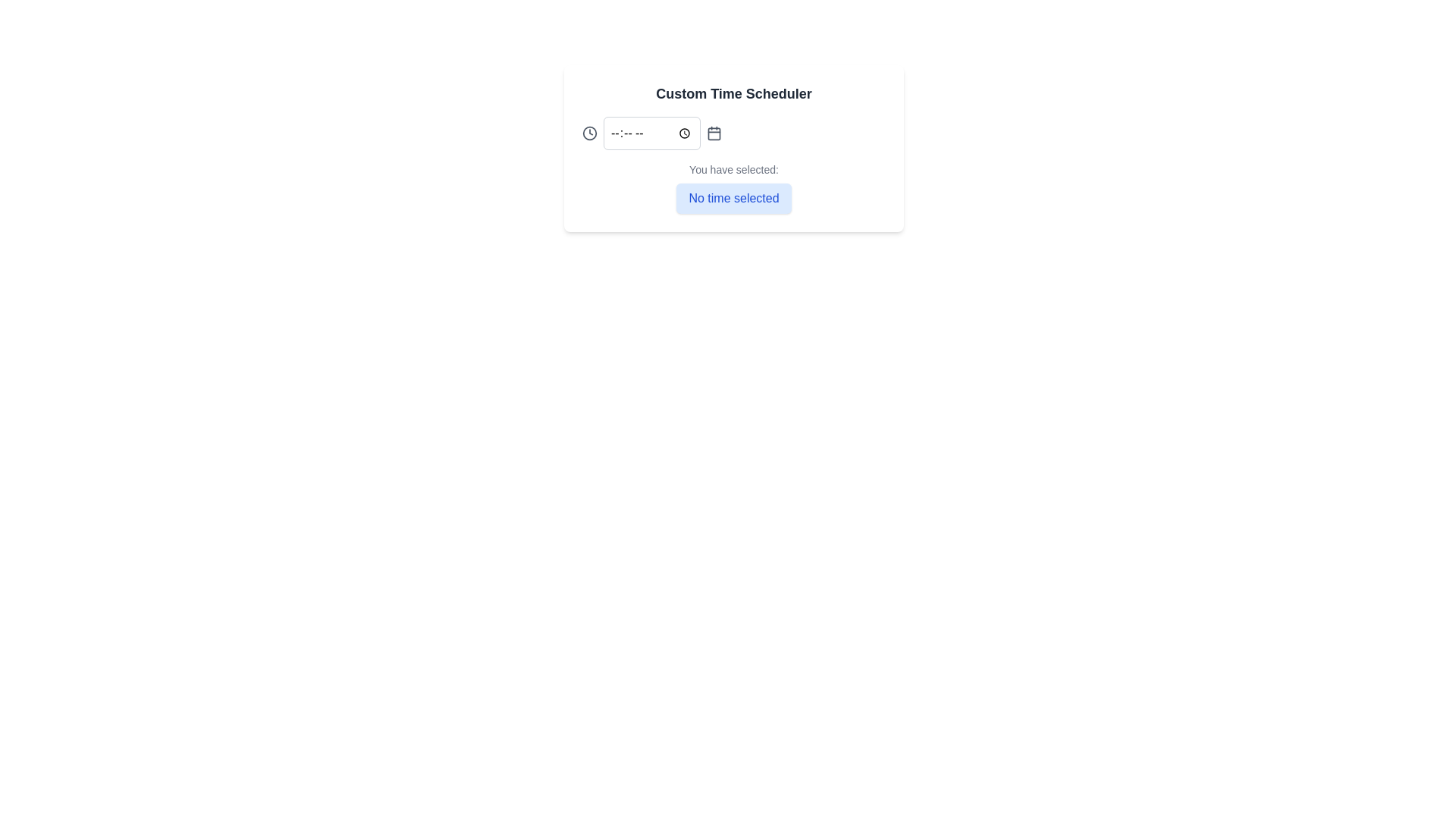  Describe the element at coordinates (651, 133) in the screenshot. I see `the Time input field located centrally below the 'Custom Time Scheduler' title to focus the input field` at that location.